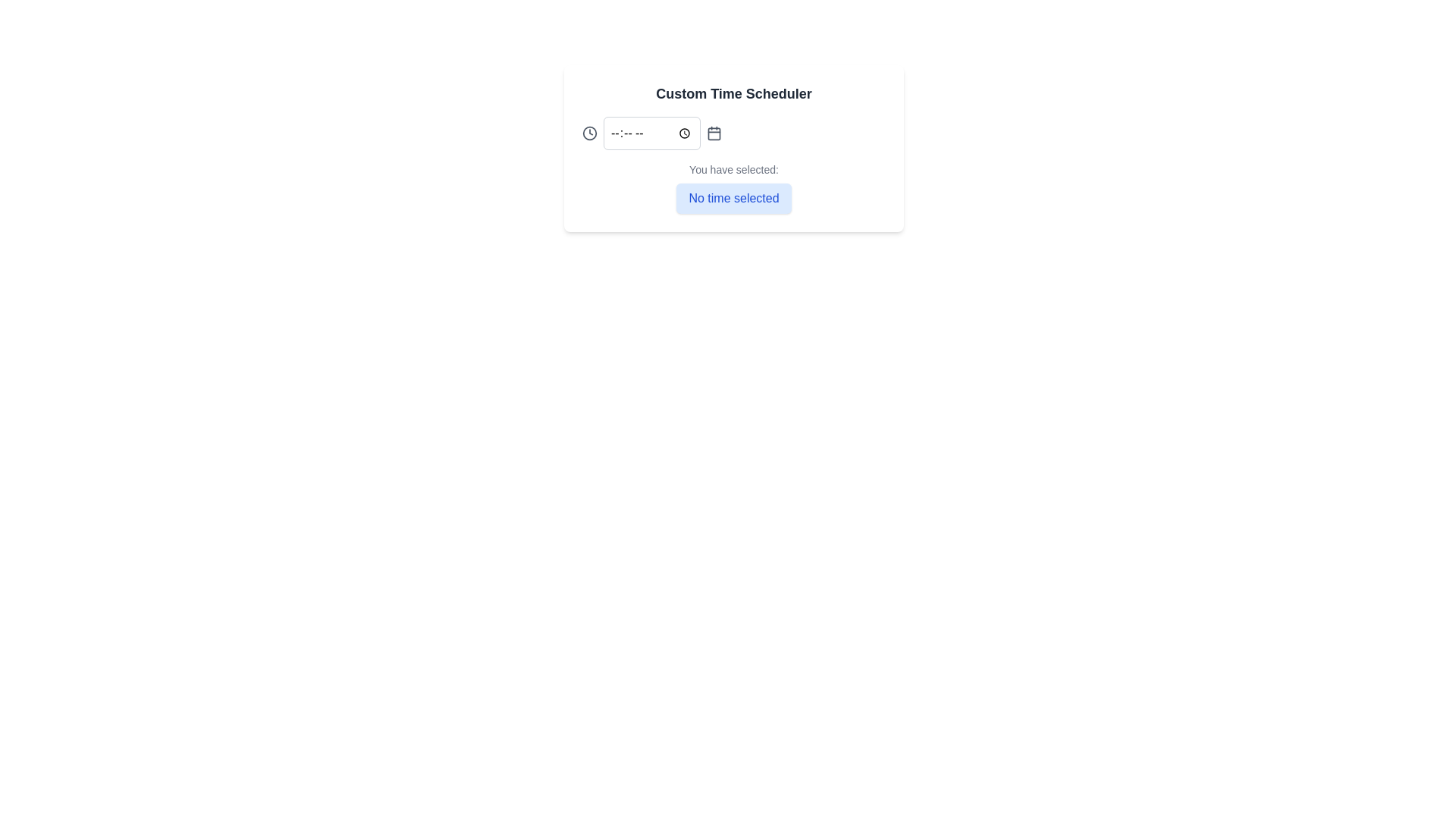  Describe the element at coordinates (651, 133) in the screenshot. I see `the Time input field located centrally below the 'Custom Time Scheduler' title to focus the input field` at that location.